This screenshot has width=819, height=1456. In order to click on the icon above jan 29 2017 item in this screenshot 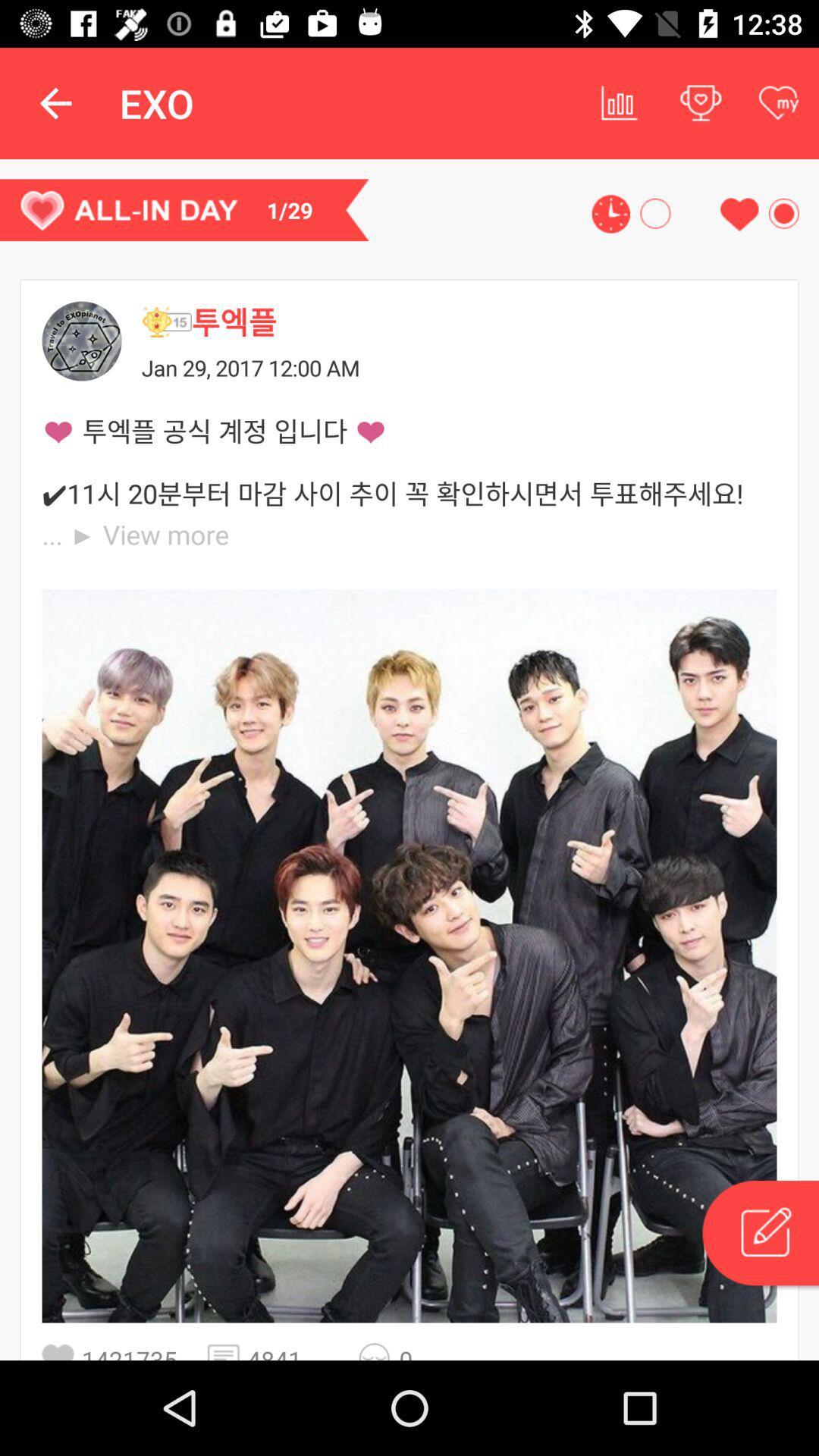, I will do `click(166, 321)`.